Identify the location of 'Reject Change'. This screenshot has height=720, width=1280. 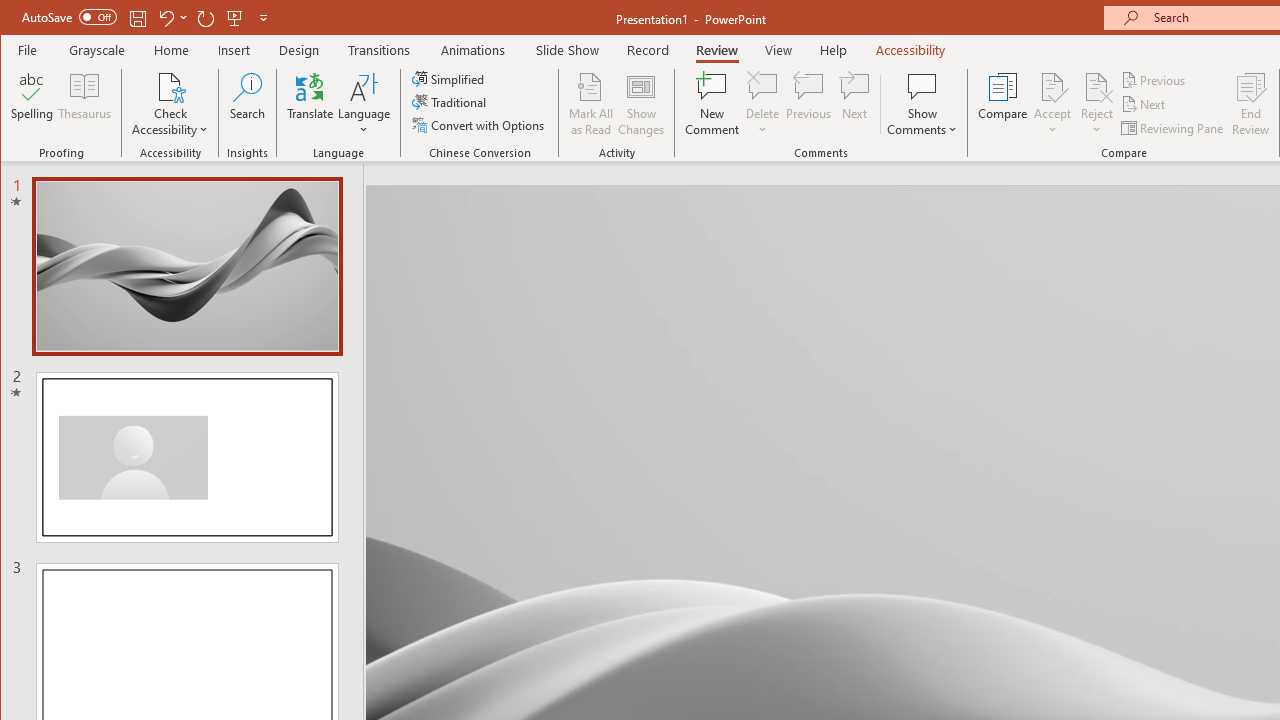
(1095, 85).